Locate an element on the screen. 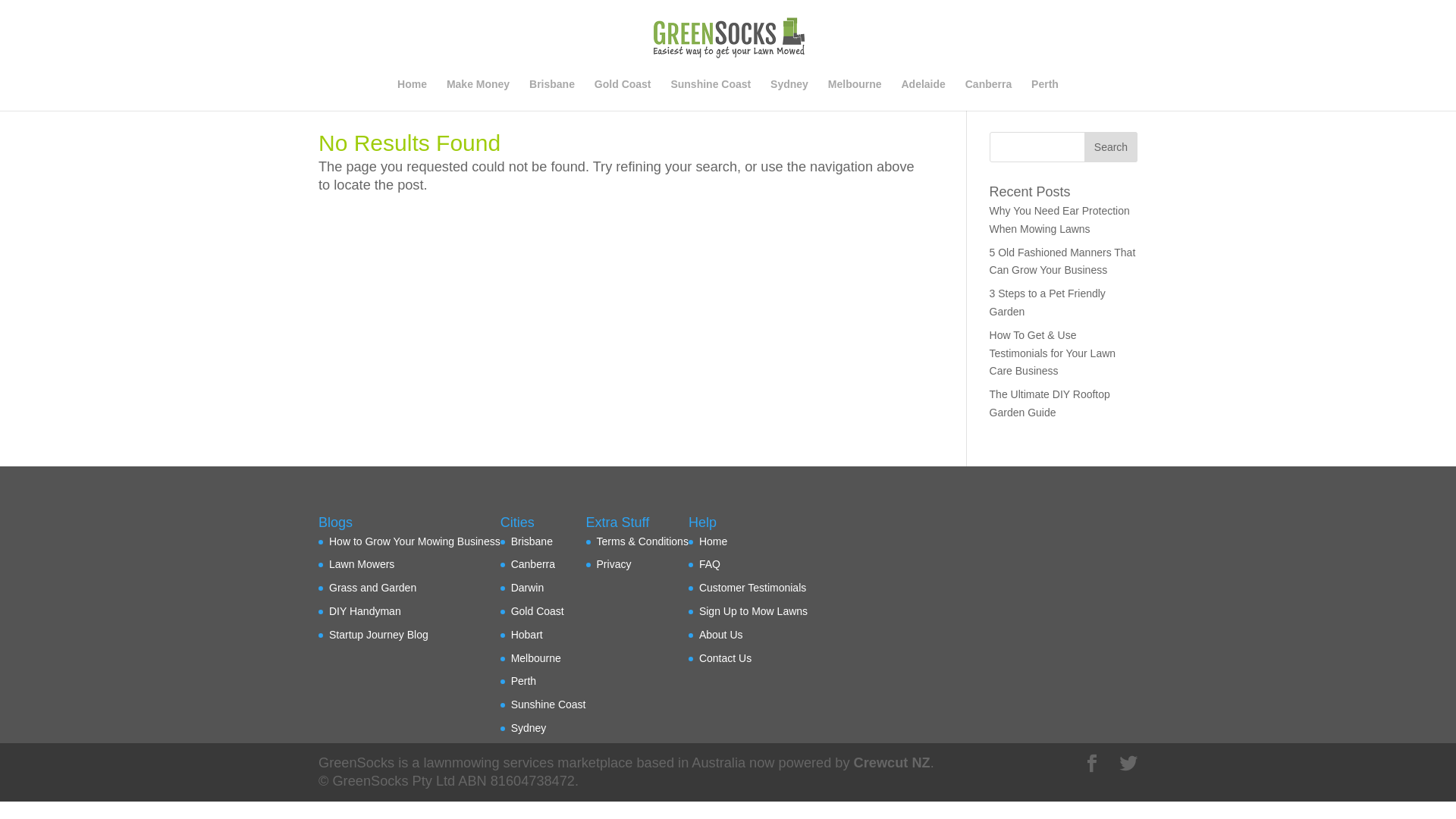 Image resolution: width=1456 pixels, height=819 pixels. 'Grass and Garden' is located at coordinates (372, 587).